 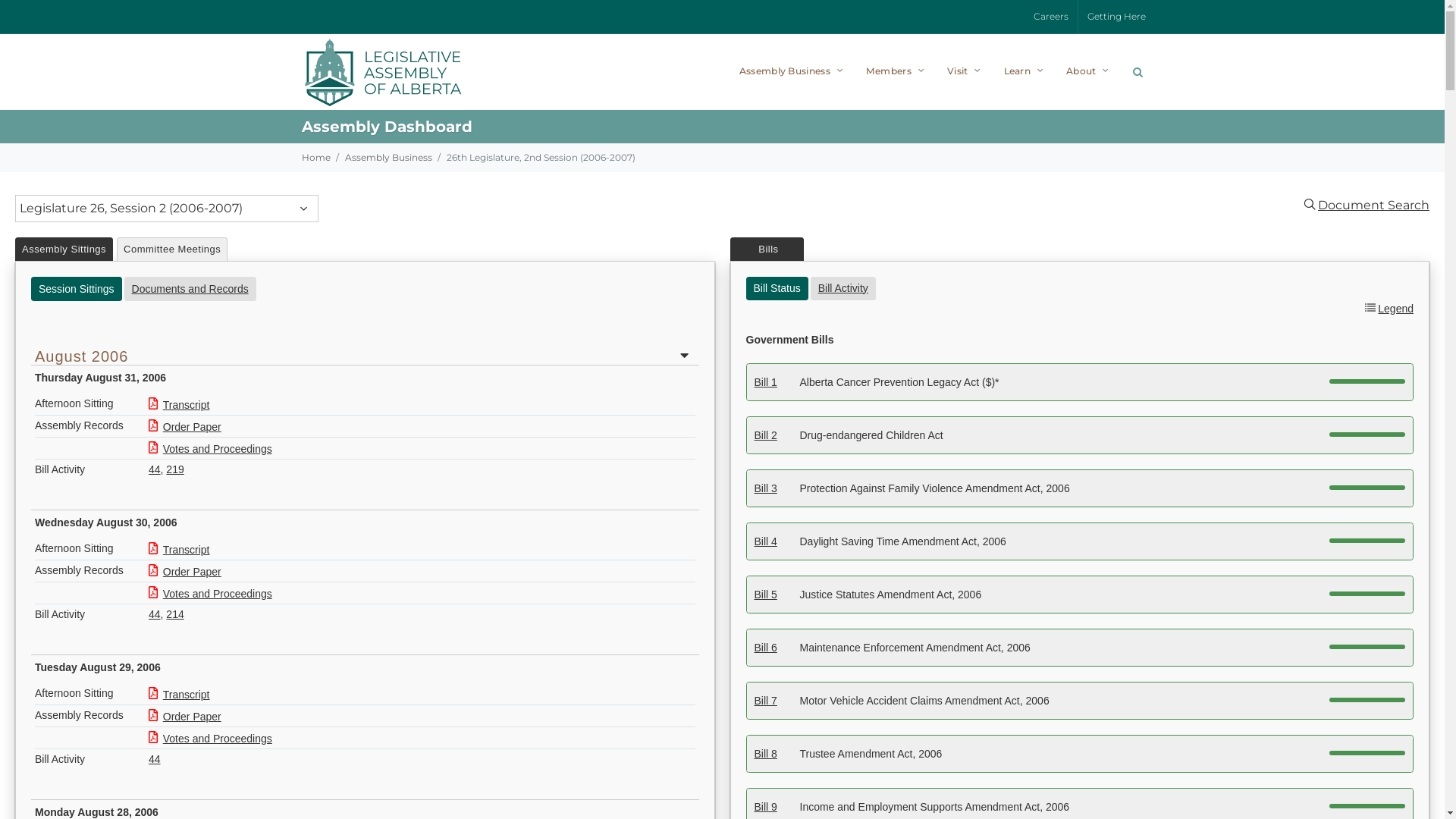 I want to click on 'Members', so click(x=896, y=71).